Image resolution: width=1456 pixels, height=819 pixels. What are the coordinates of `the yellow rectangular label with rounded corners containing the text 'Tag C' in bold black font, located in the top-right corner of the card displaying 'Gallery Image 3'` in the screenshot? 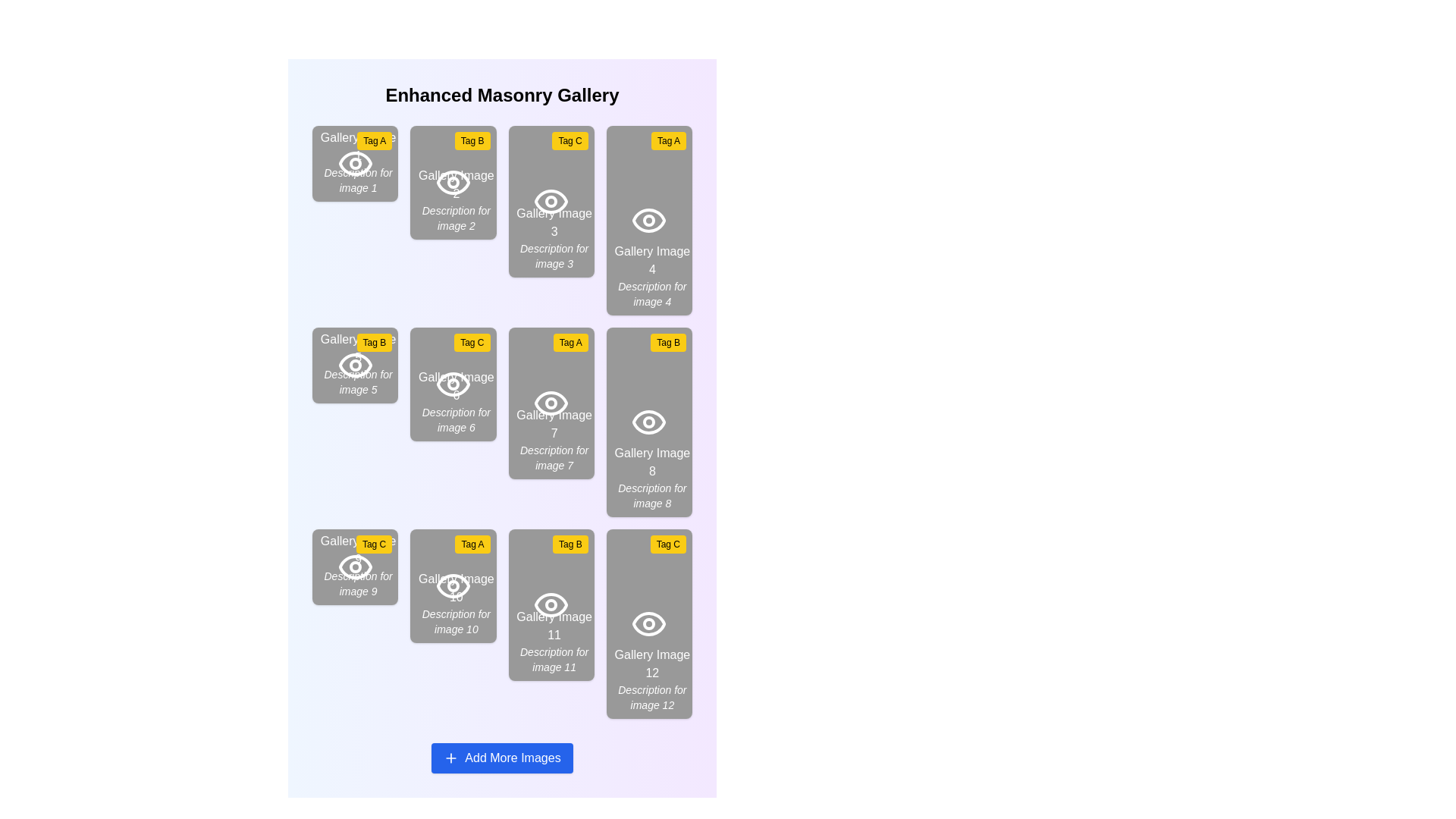 It's located at (570, 140).